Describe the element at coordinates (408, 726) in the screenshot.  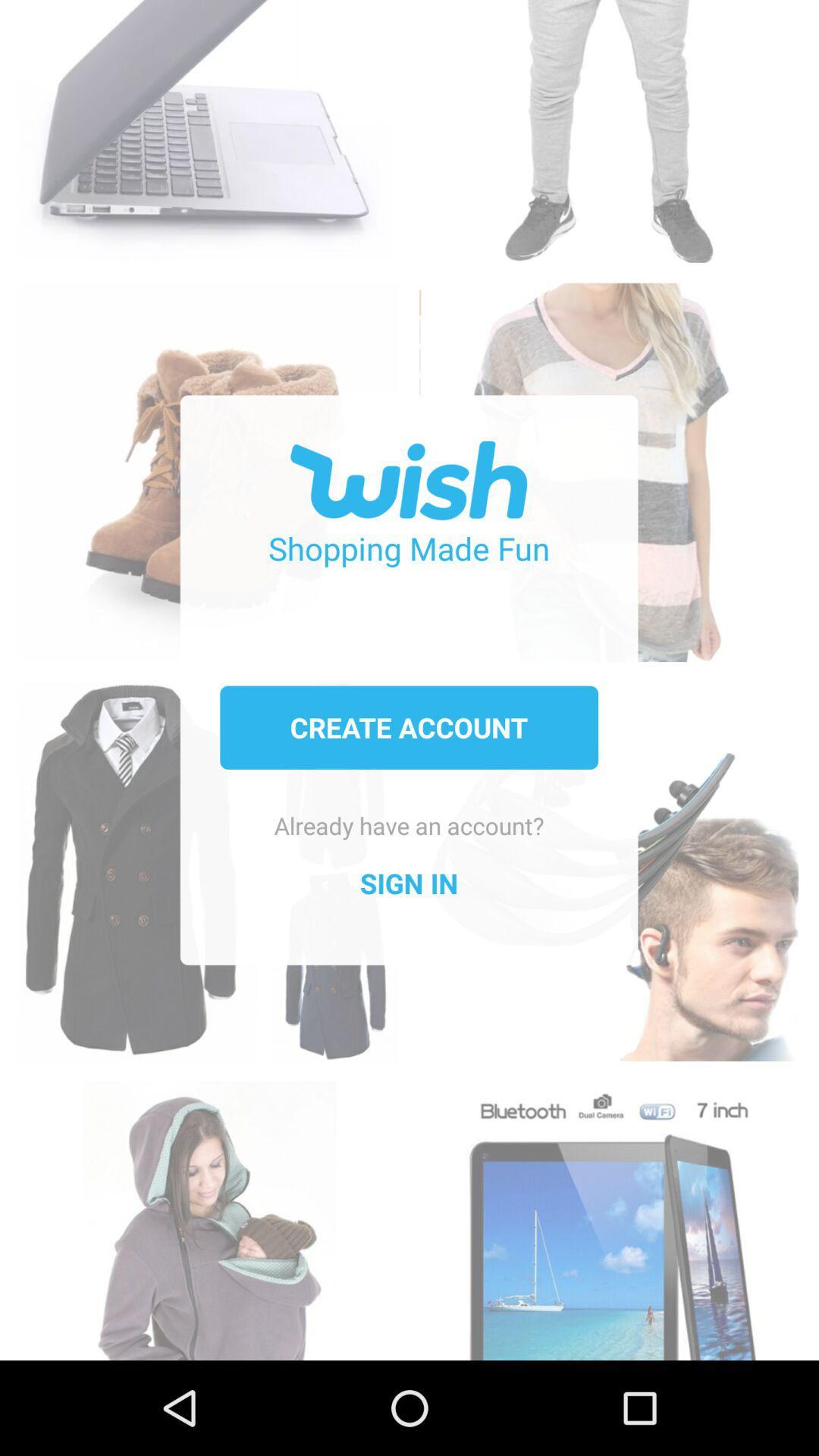
I see `item above the already have an item` at that location.